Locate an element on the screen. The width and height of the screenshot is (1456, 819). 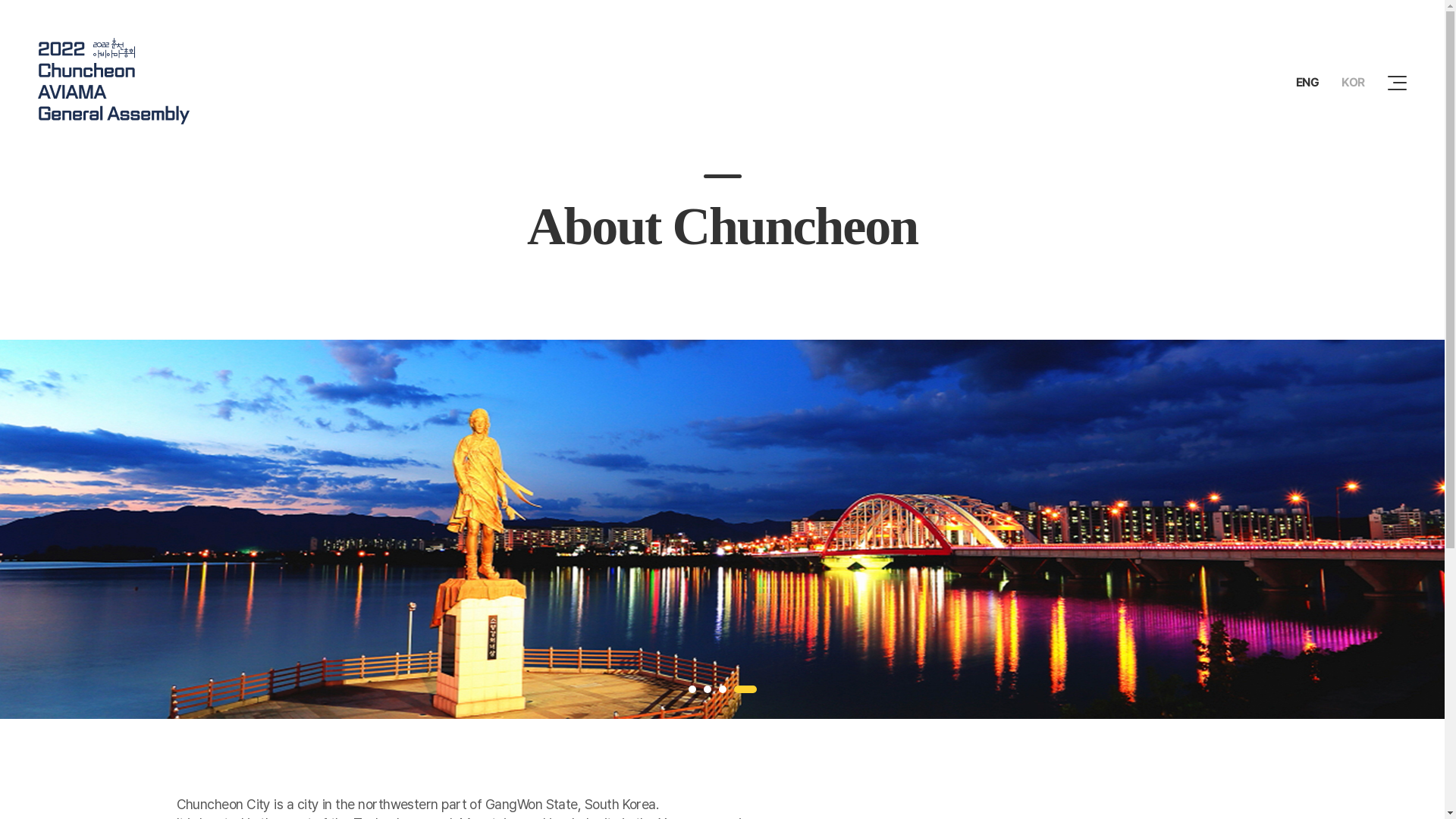
'KOR' is located at coordinates (1353, 82).